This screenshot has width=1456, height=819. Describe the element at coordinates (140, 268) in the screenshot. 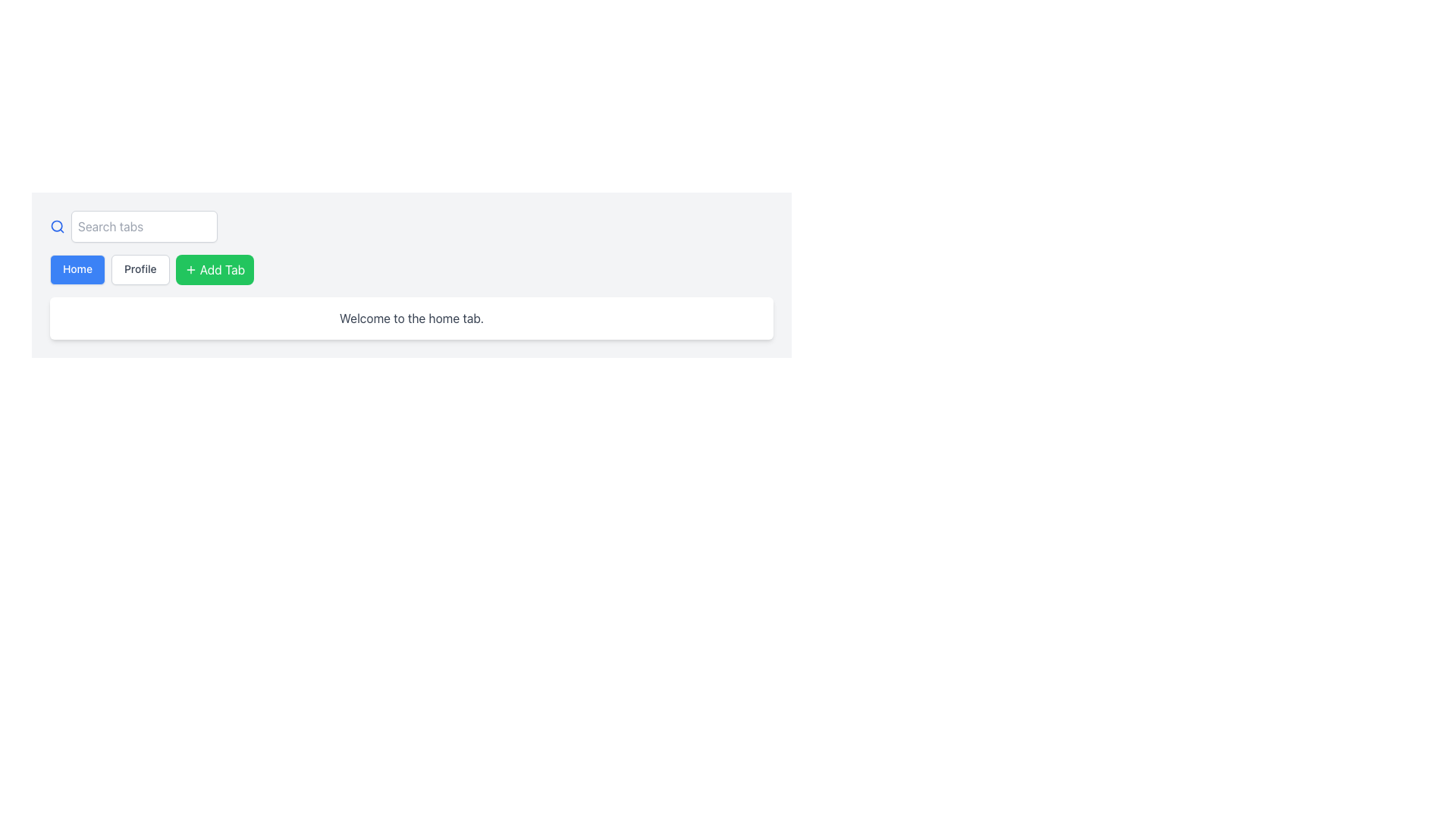

I see `the 'Profile' navigation button located between the 'Home' and 'Add Tab' buttons` at that location.